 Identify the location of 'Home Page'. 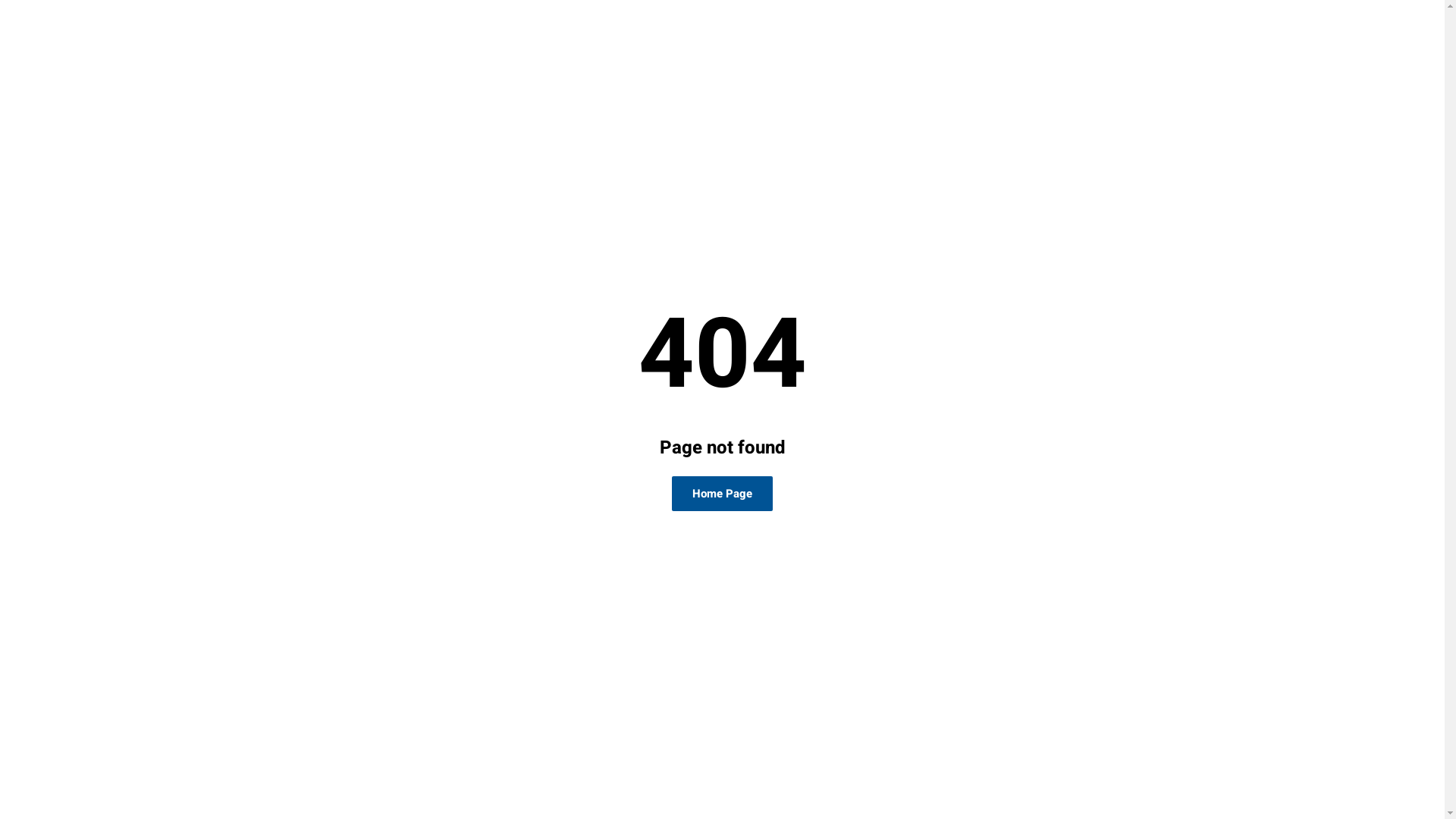
(671, 494).